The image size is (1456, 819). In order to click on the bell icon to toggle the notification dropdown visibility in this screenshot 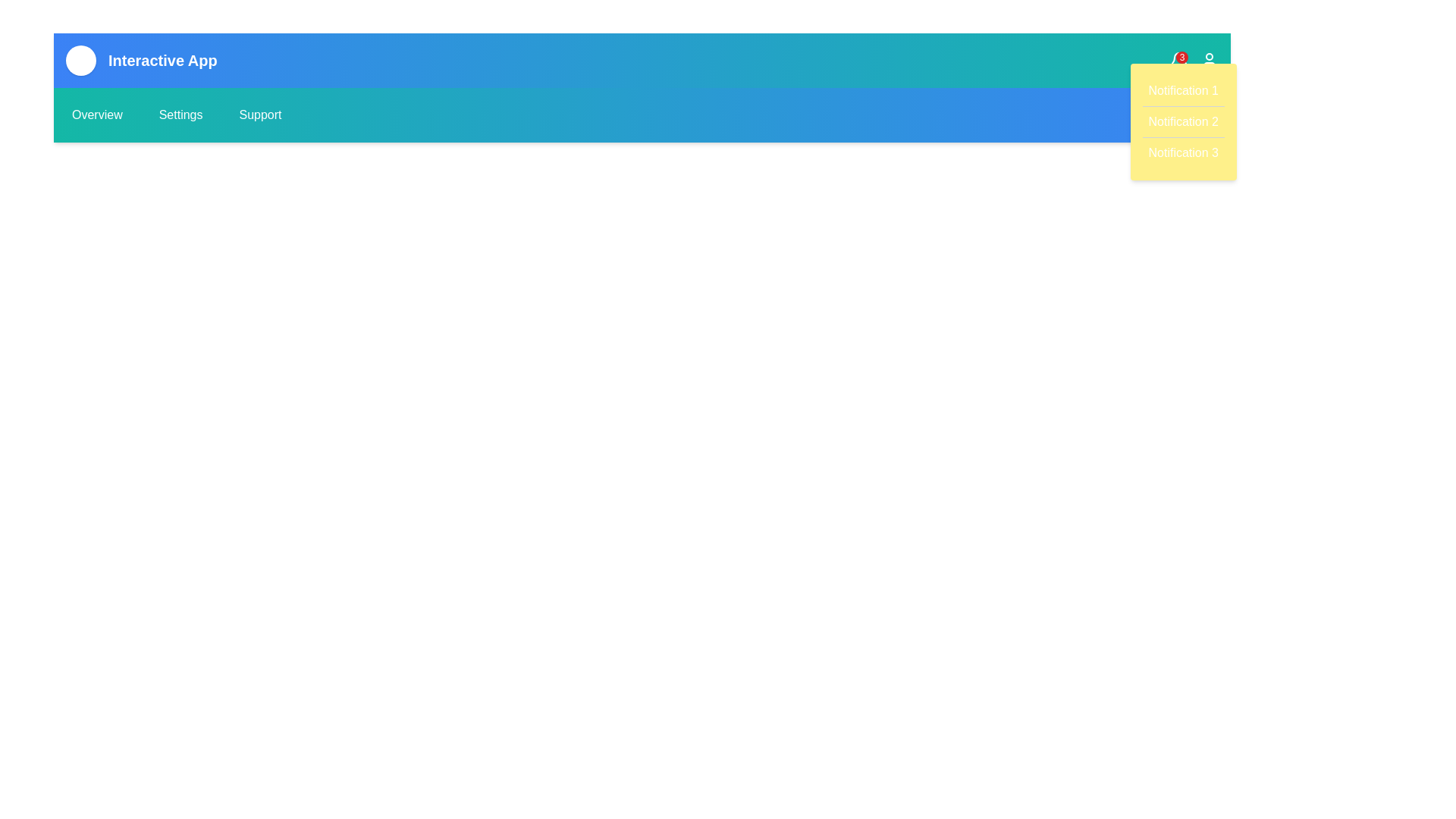, I will do `click(1178, 60)`.